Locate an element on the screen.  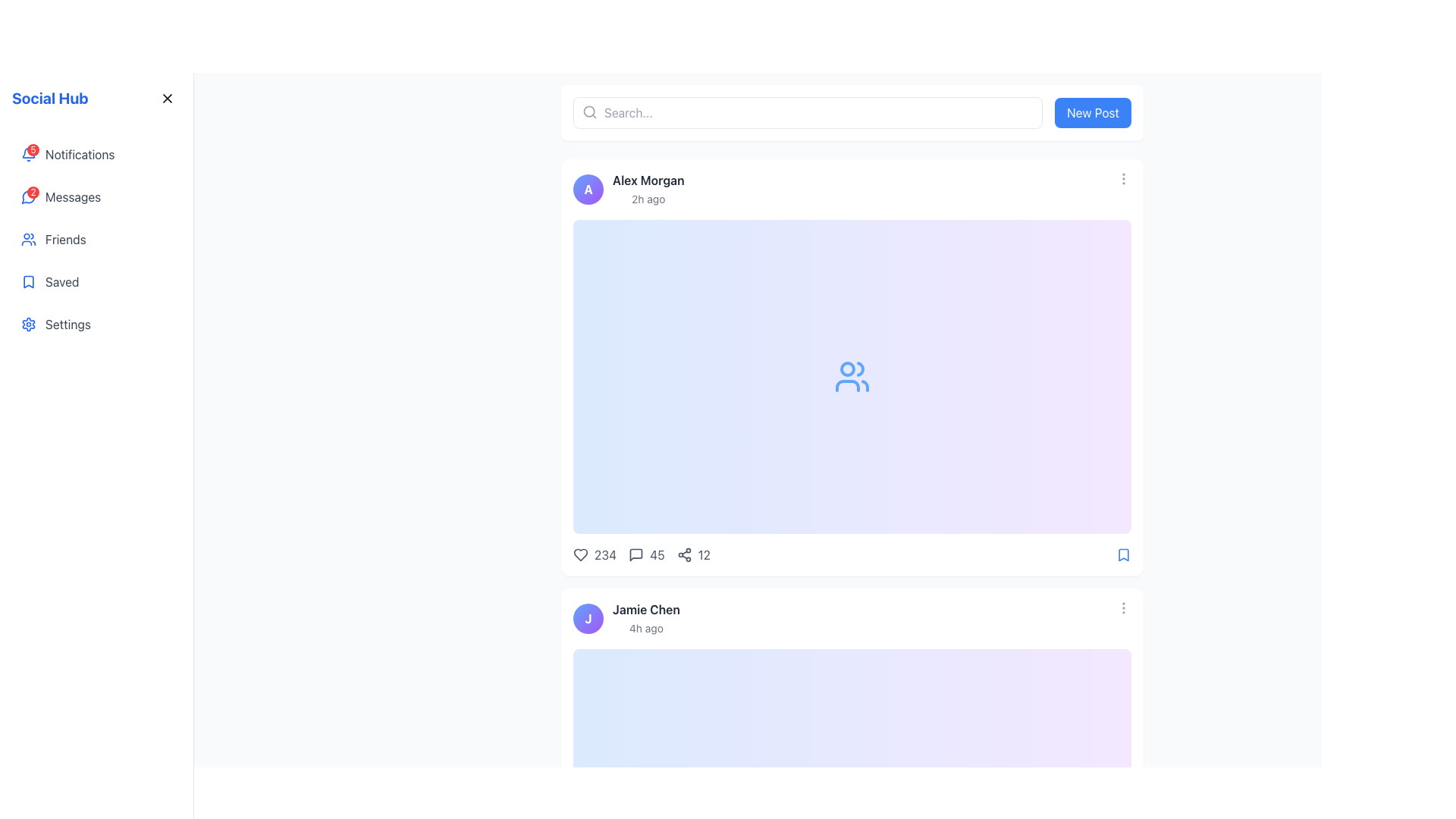
rightmost component of the group-style icon within the graphic context of a social media post by clicking on it is located at coordinates (865, 385).